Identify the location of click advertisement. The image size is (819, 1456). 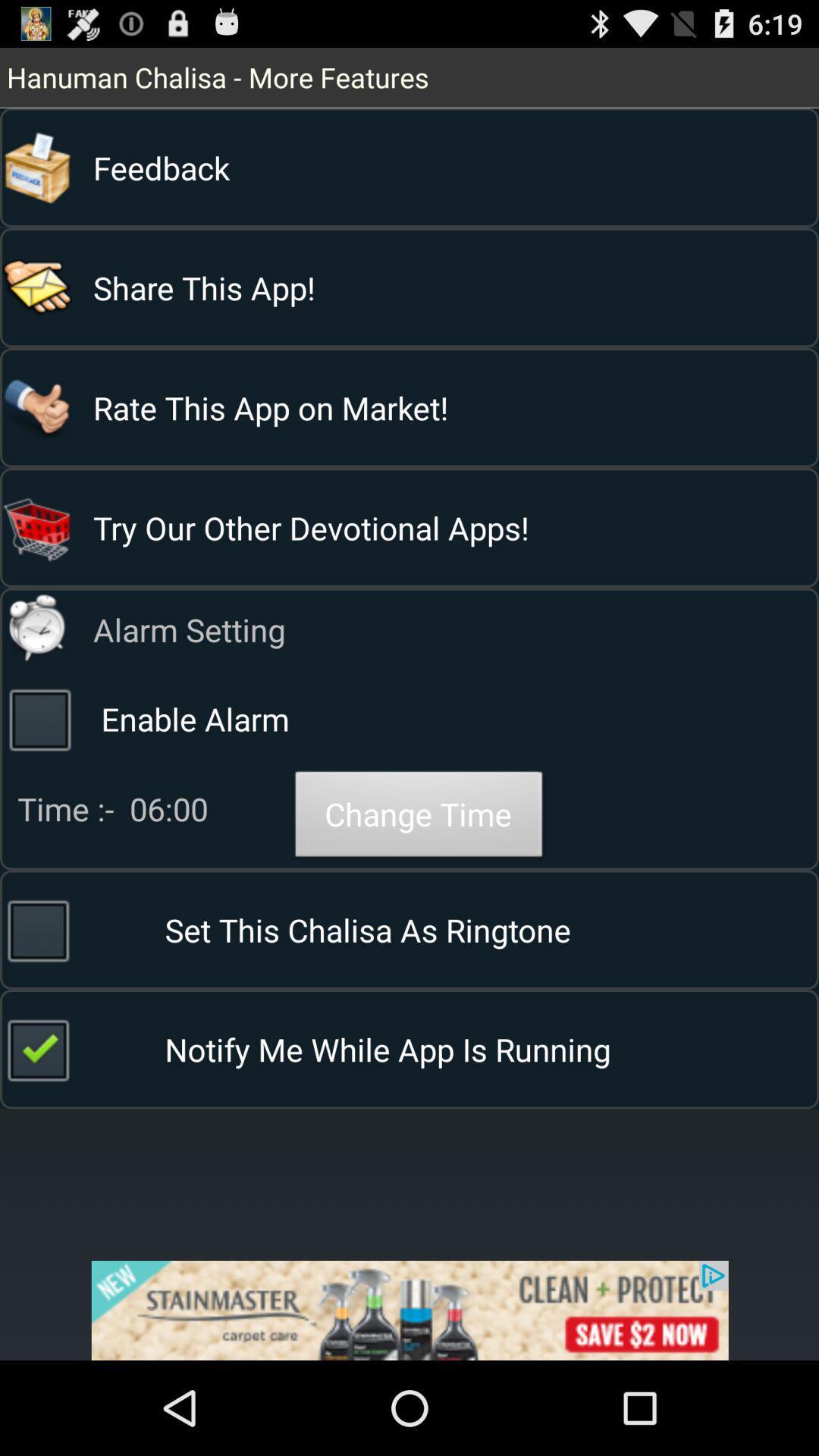
(409, 1310).